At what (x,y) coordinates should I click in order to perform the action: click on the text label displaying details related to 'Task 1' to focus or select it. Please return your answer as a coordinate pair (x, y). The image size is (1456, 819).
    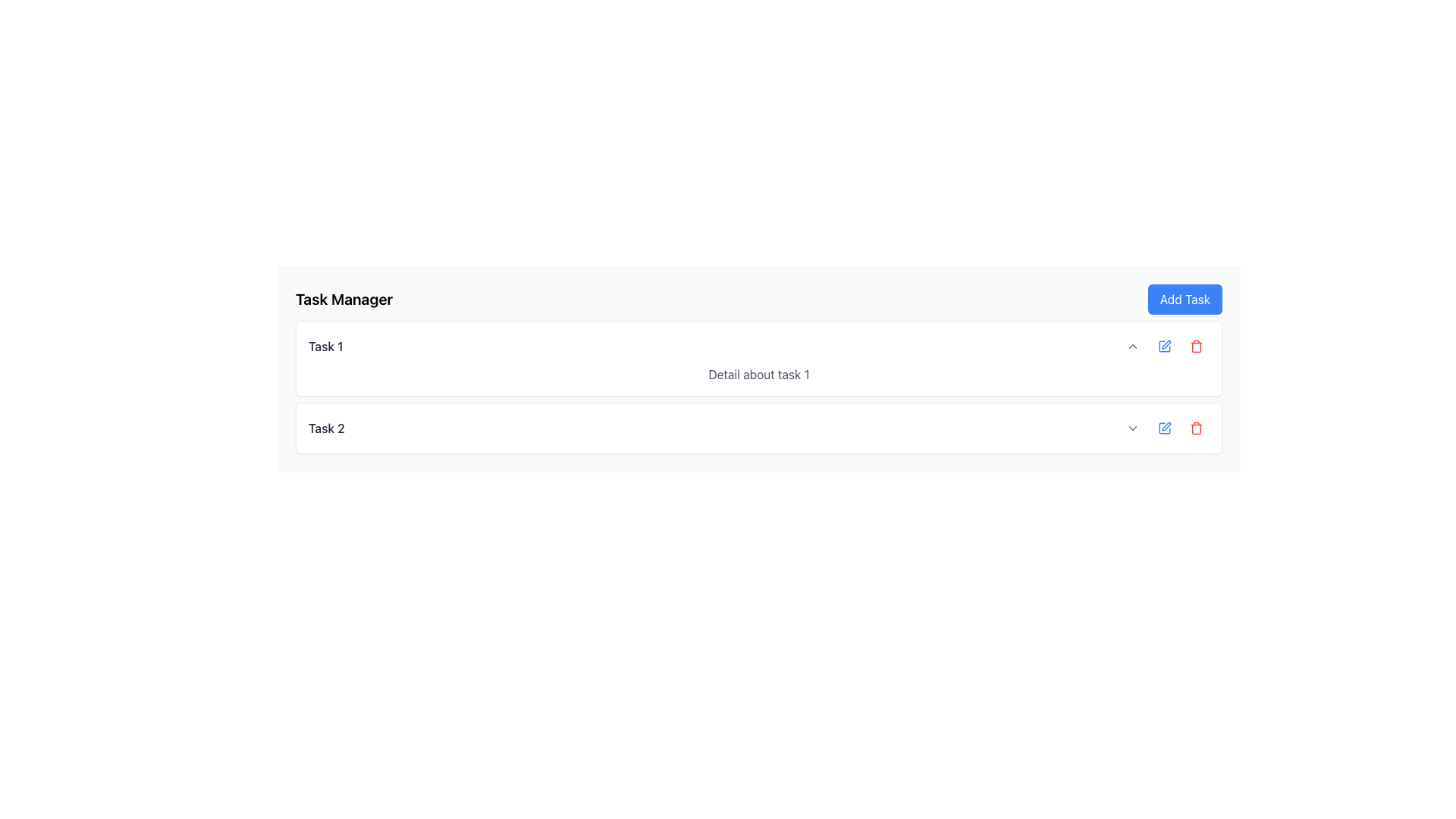
    Looking at the image, I should click on (759, 374).